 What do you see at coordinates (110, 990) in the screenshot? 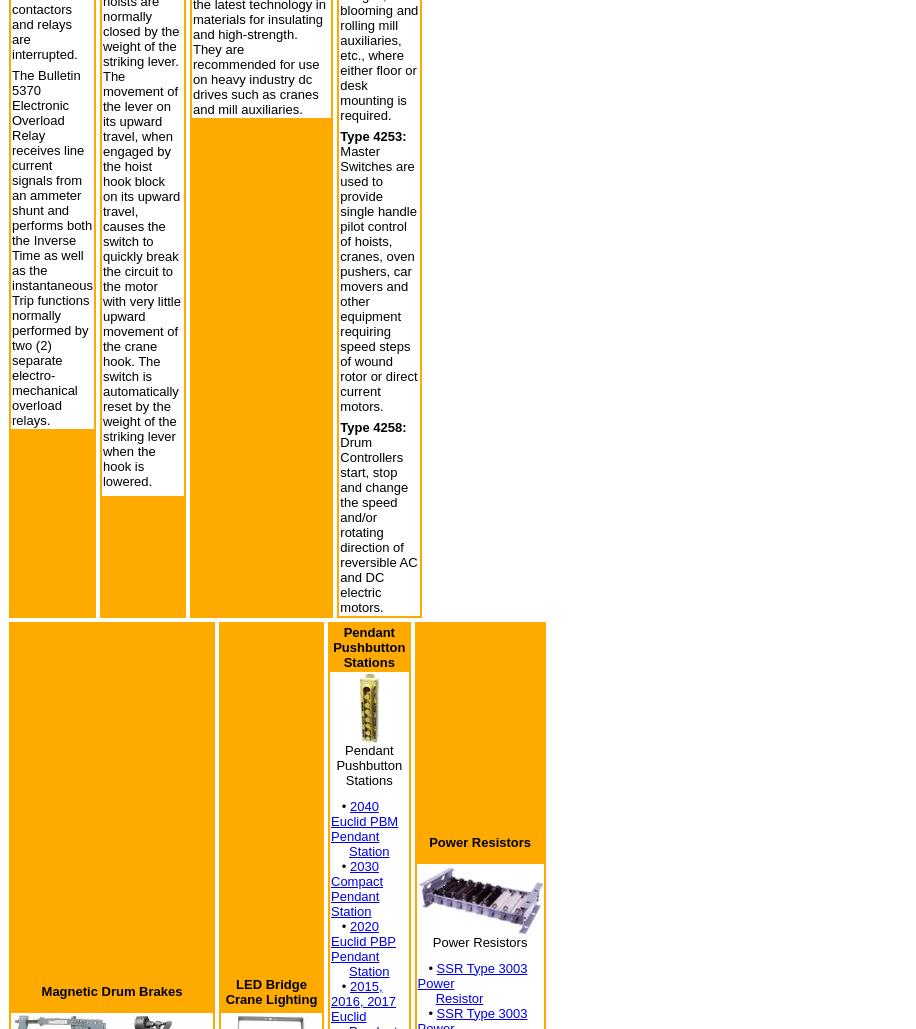
I see `'Magnetic Drum Brakes'` at bounding box center [110, 990].